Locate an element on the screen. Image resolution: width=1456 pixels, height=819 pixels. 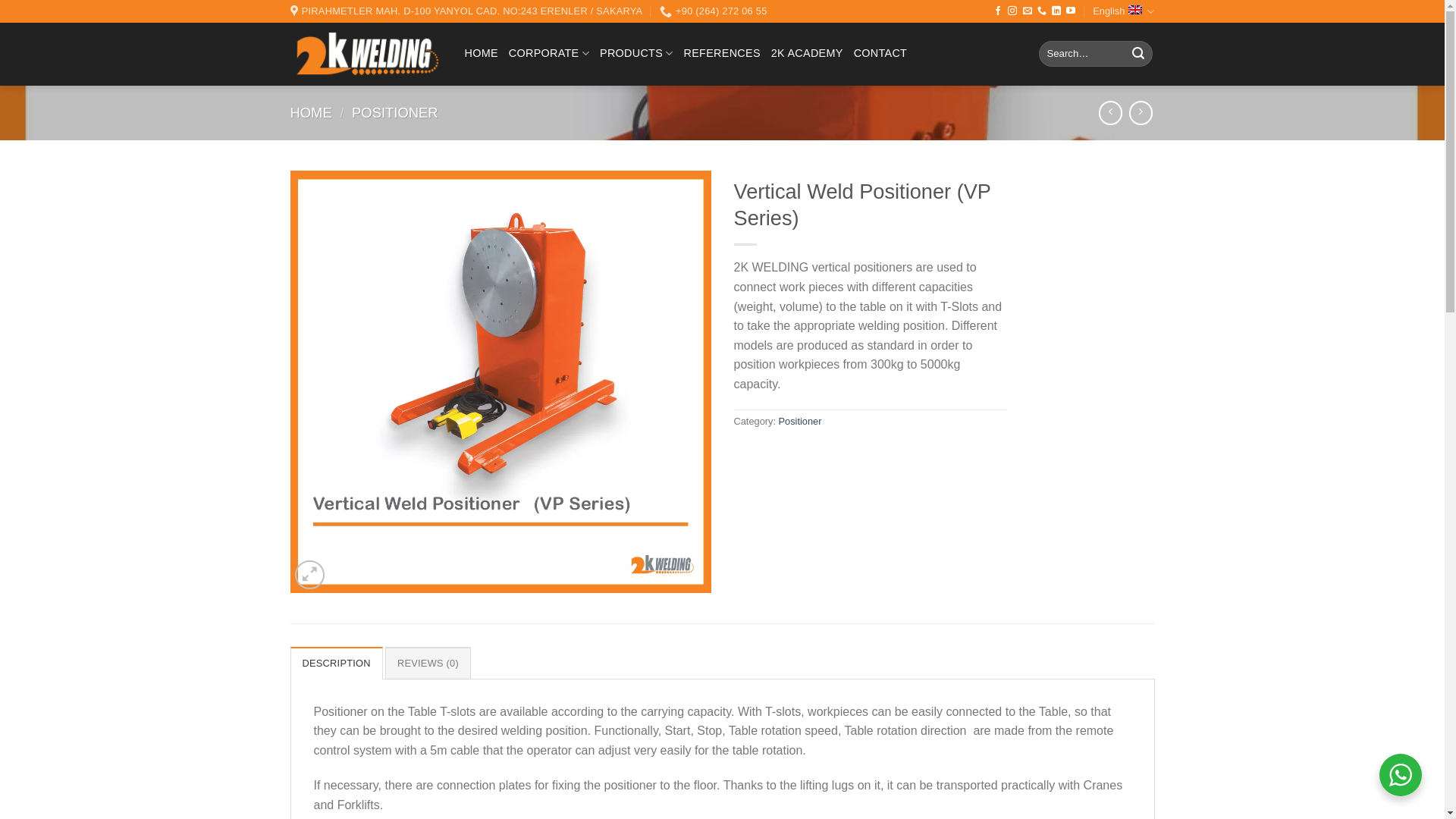
'REVIEWS (0)' is located at coordinates (427, 662).